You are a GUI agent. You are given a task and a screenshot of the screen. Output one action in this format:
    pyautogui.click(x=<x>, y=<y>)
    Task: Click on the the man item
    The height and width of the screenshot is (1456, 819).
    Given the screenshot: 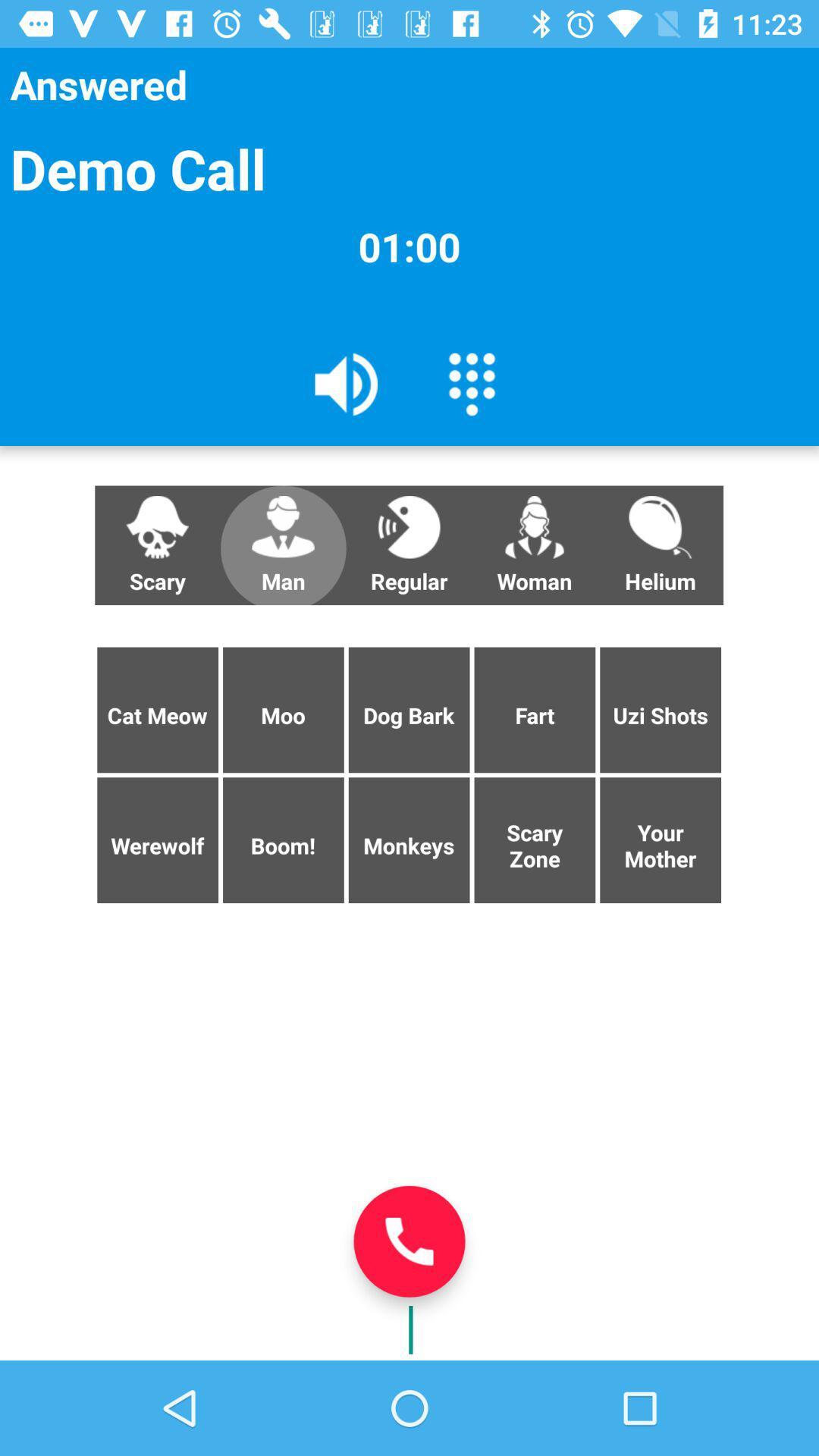 What is the action you would take?
    pyautogui.click(x=283, y=545)
    